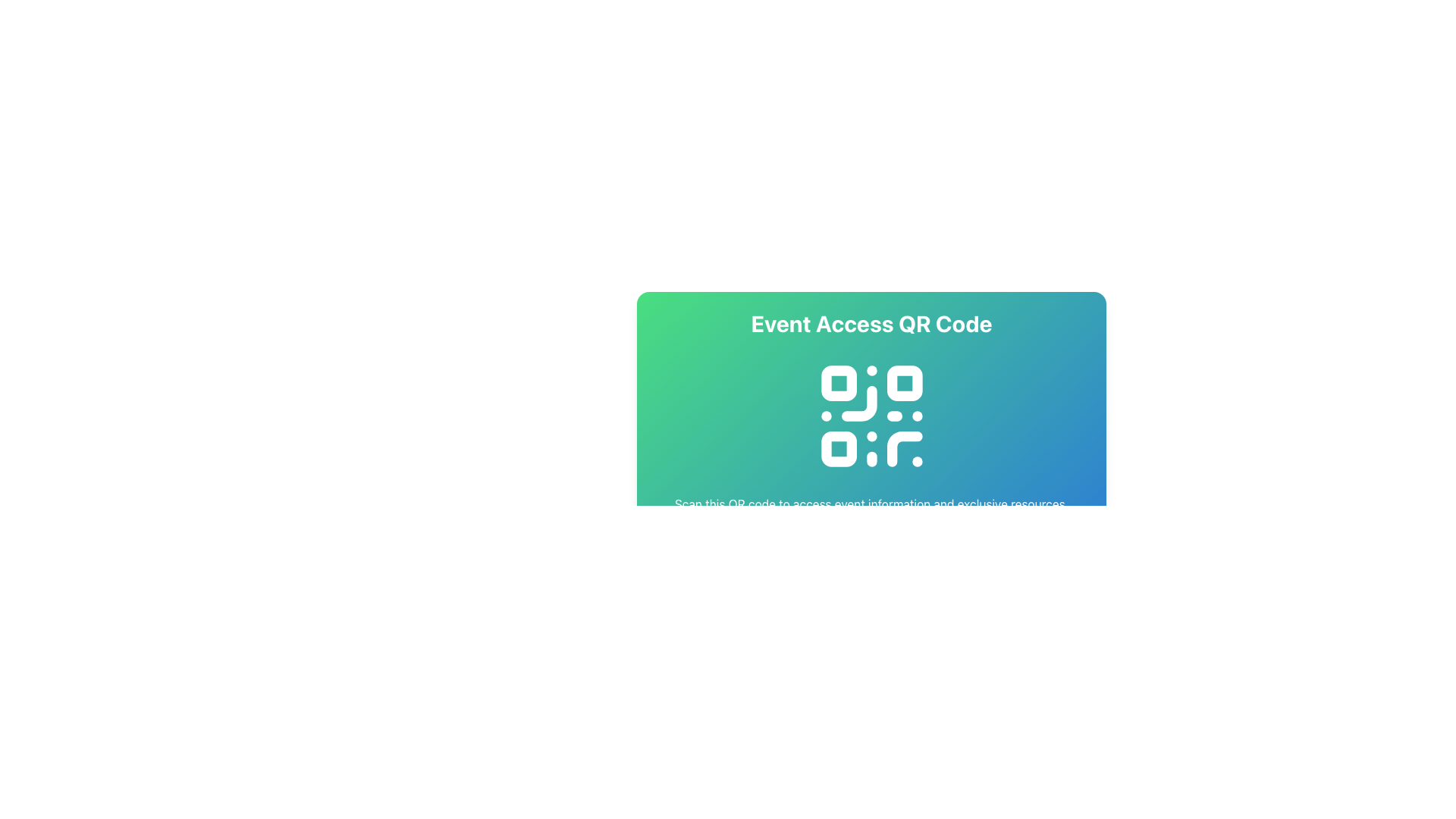 The width and height of the screenshot is (1456, 819). I want to click on text displayed in the horizontally-aligned text block that says 'Scan this QR code to access event information and exclusive resources.' This text block is located beneath the QR code graphic and is center-aligned against a gradient background, so click(871, 504).